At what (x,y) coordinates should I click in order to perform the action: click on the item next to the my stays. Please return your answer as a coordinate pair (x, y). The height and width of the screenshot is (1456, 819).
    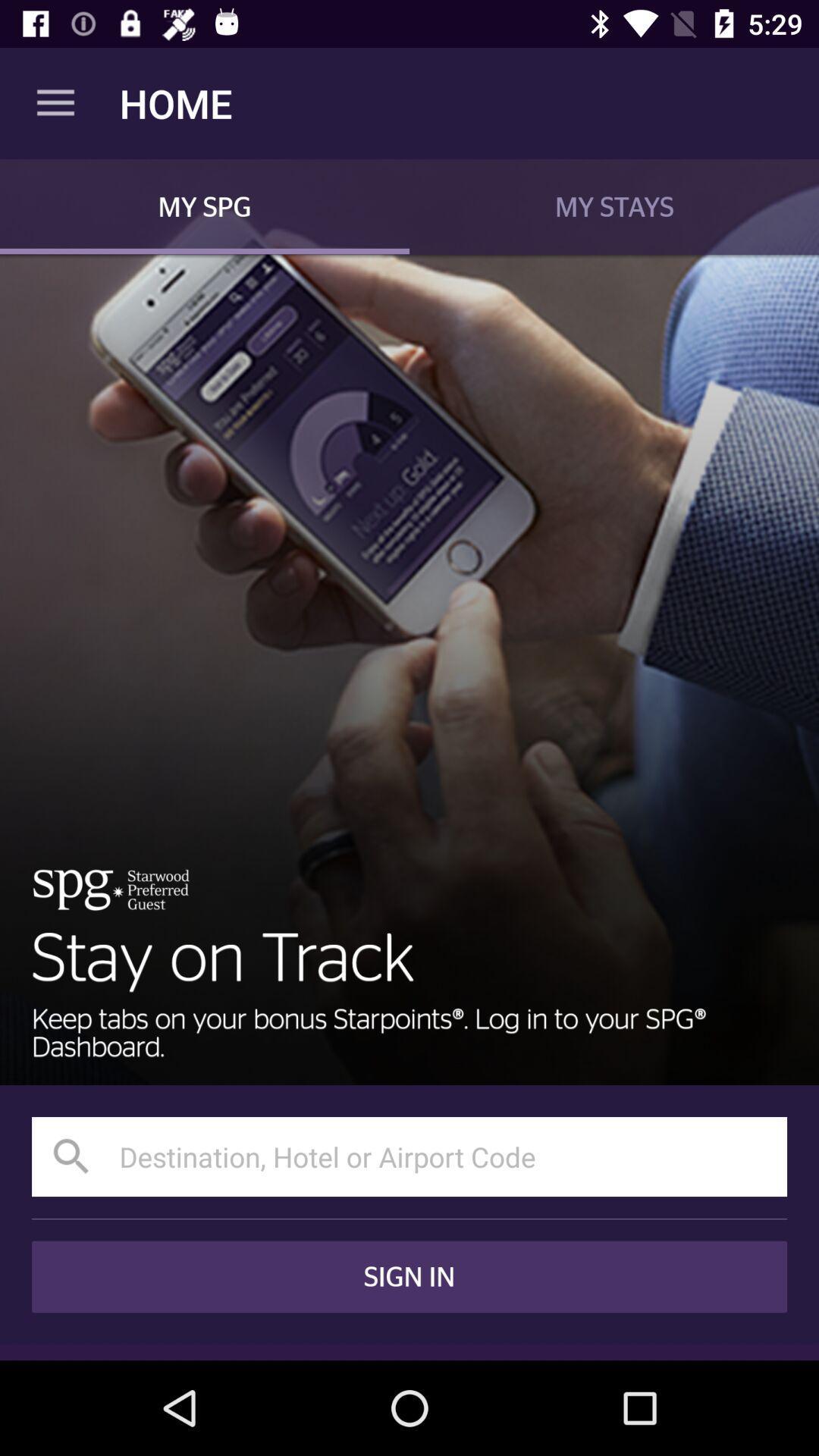
    Looking at the image, I should click on (205, 206).